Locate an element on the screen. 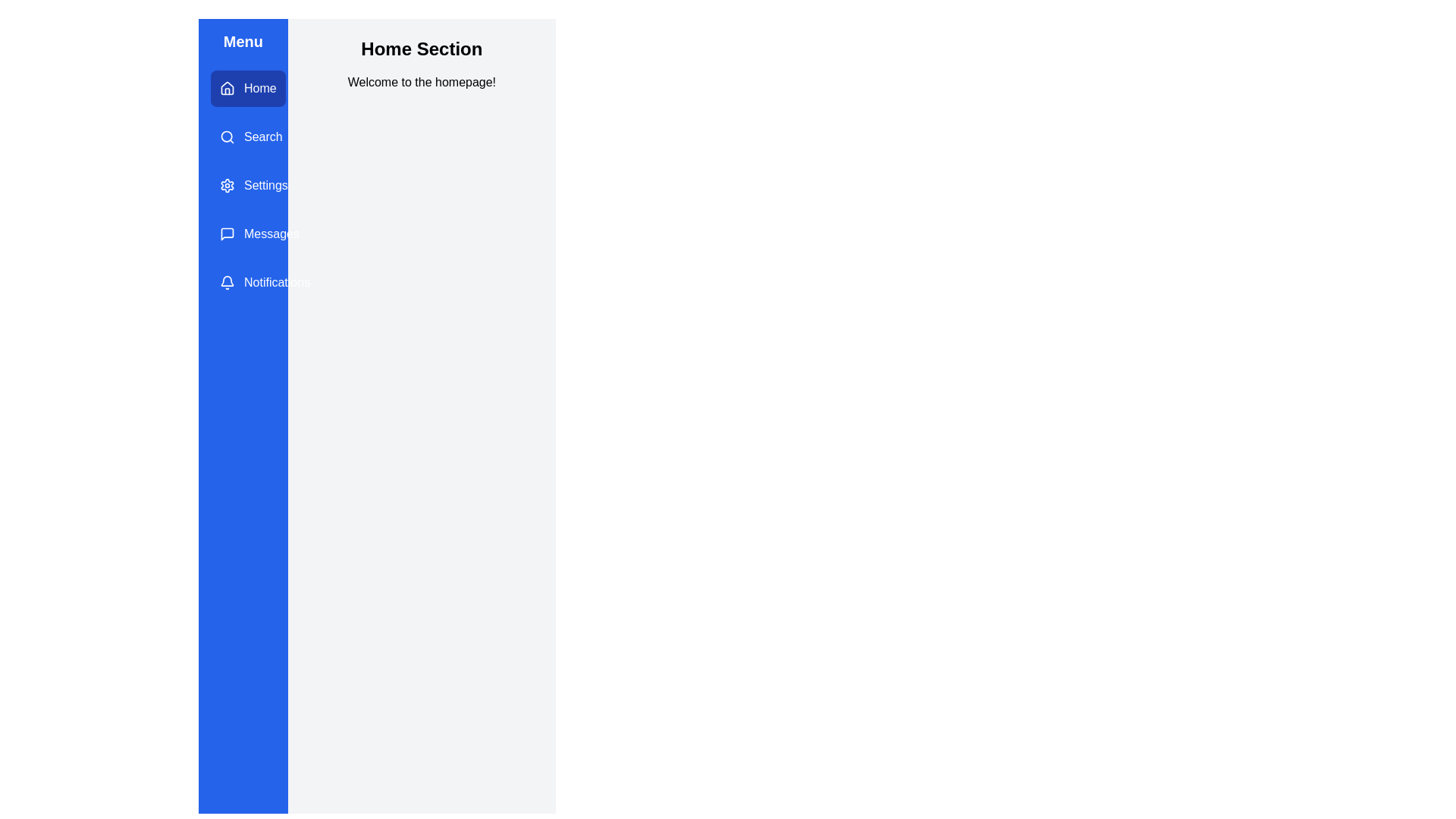  text label displaying 'Home' in white font, which is part of the navigational menu and positioned to the right of a house icon in the left sidebar is located at coordinates (260, 88).